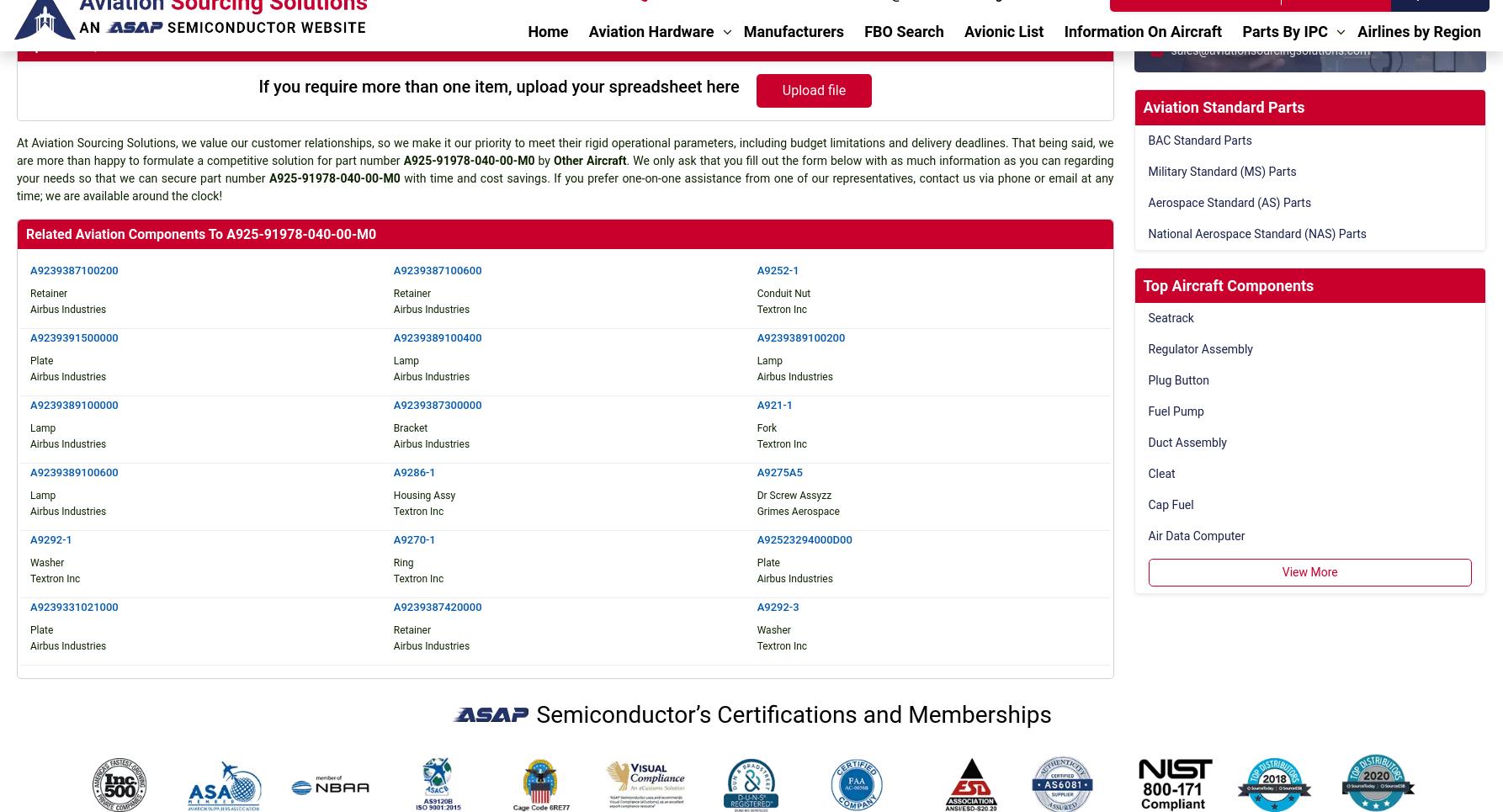  I want to click on 'Information on Aircraft', so click(712, 518).